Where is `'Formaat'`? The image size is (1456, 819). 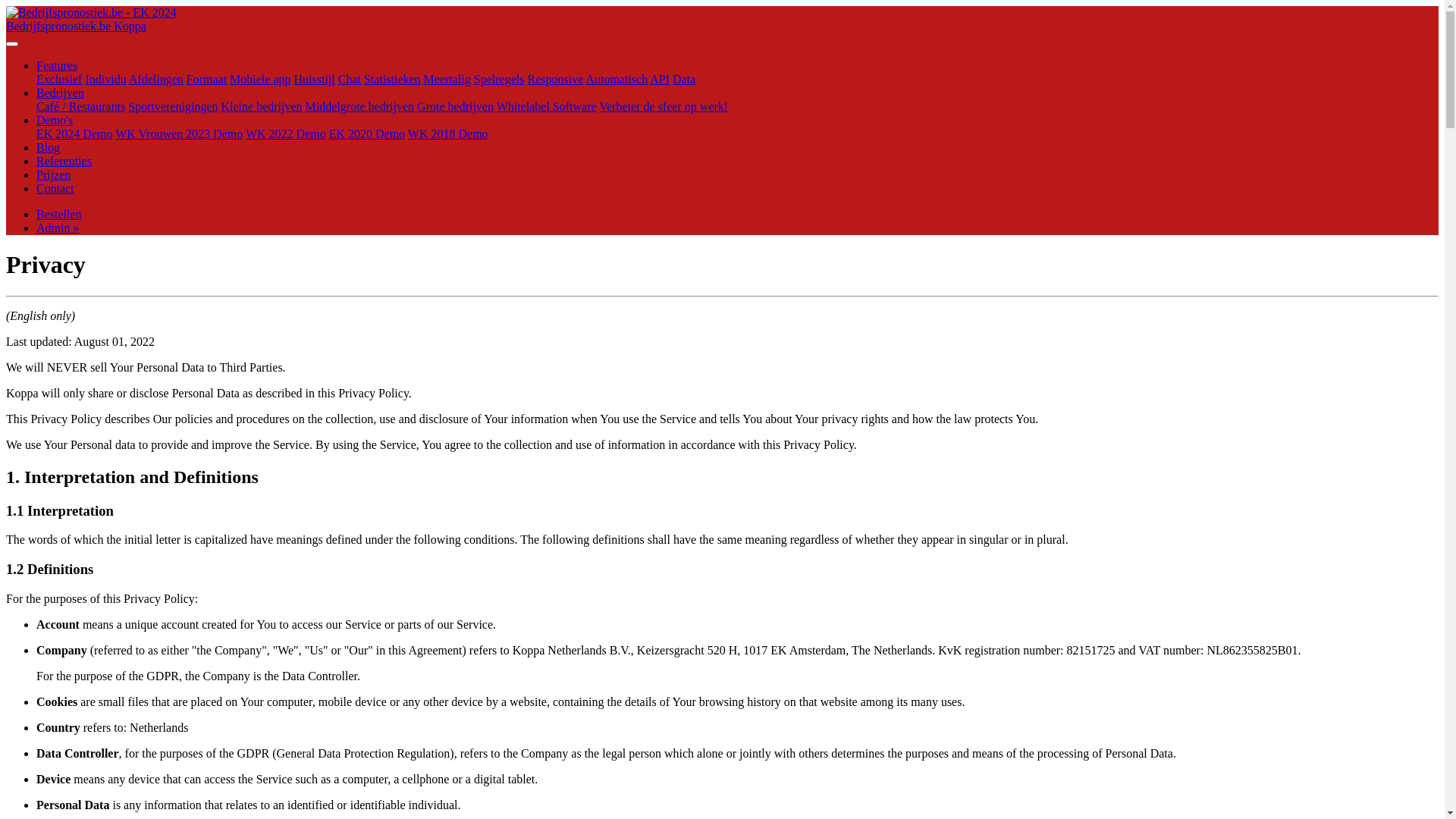 'Formaat' is located at coordinates (206, 79).